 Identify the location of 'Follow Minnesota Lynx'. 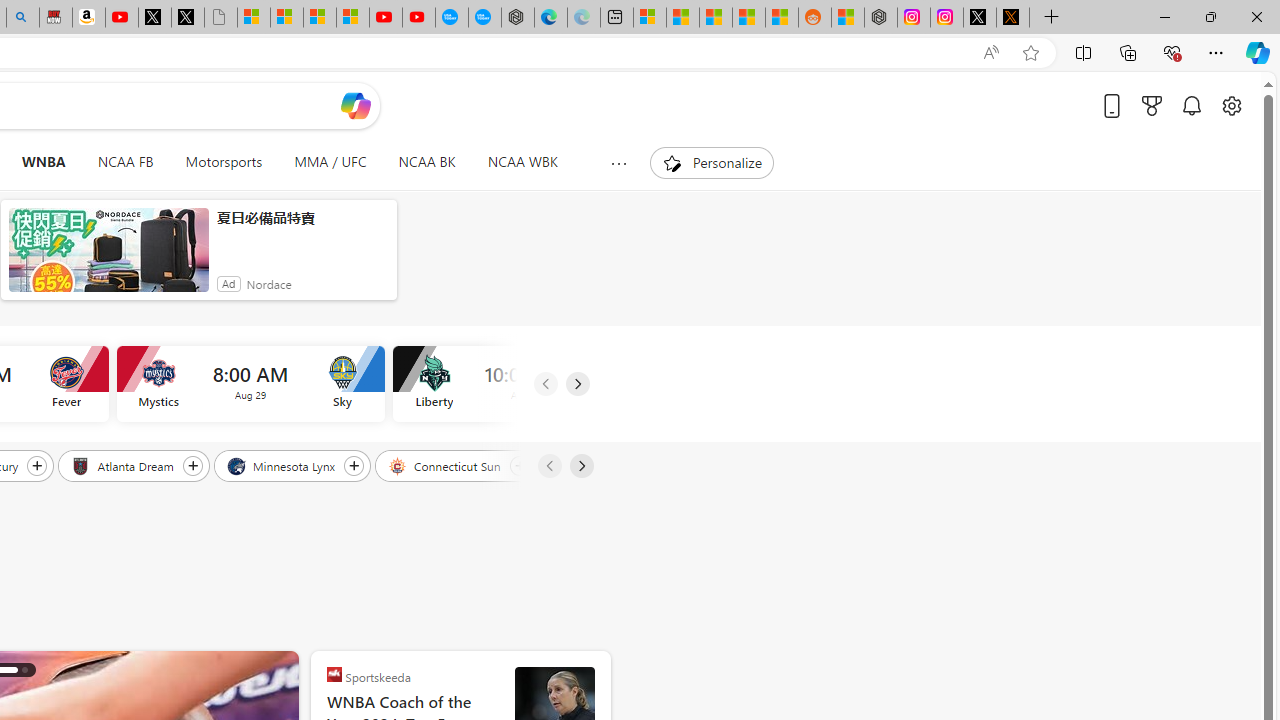
(354, 465).